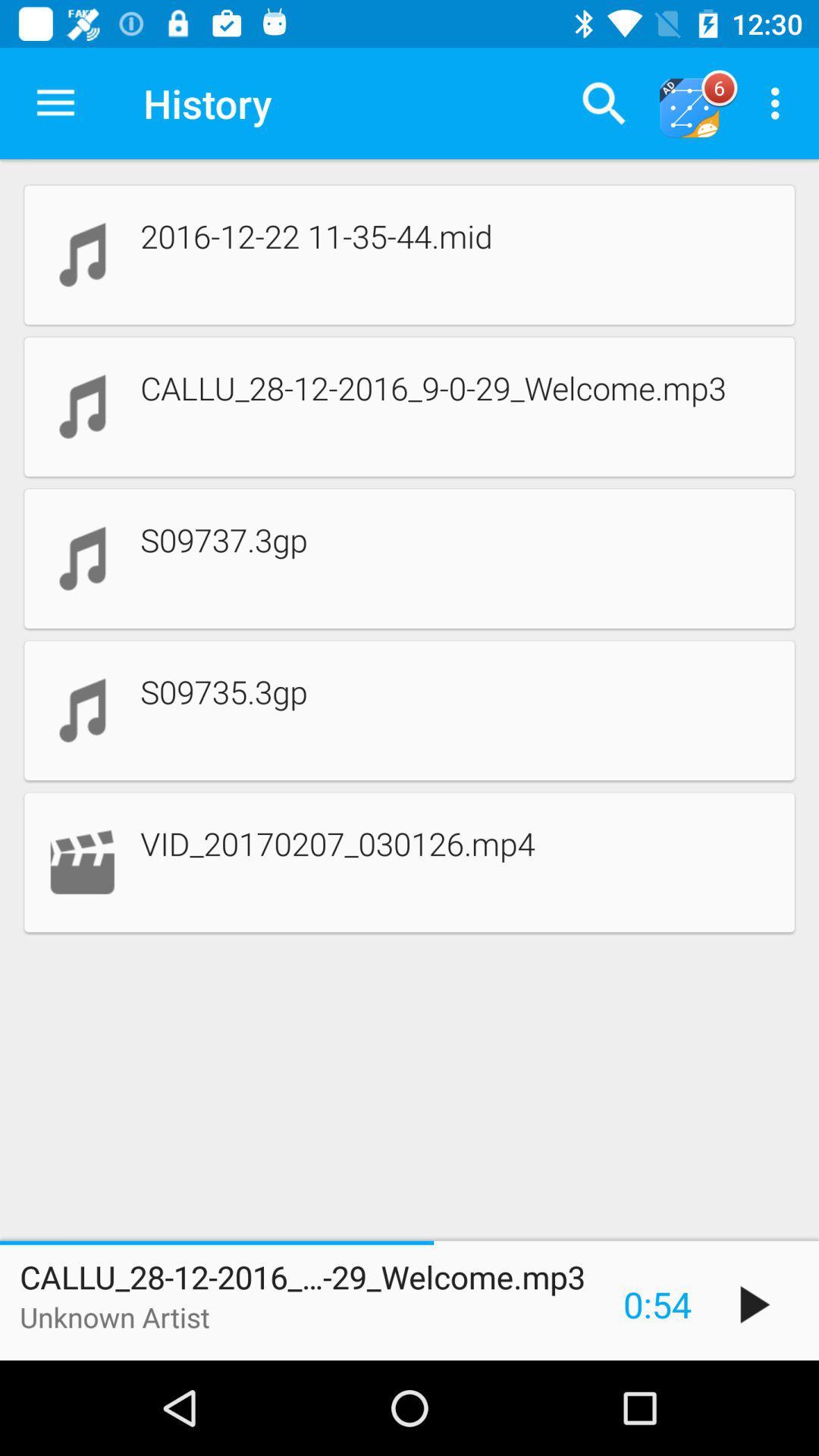 The image size is (819, 1456). What do you see at coordinates (755, 1304) in the screenshot?
I see `the play icon` at bounding box center [755, 1304].